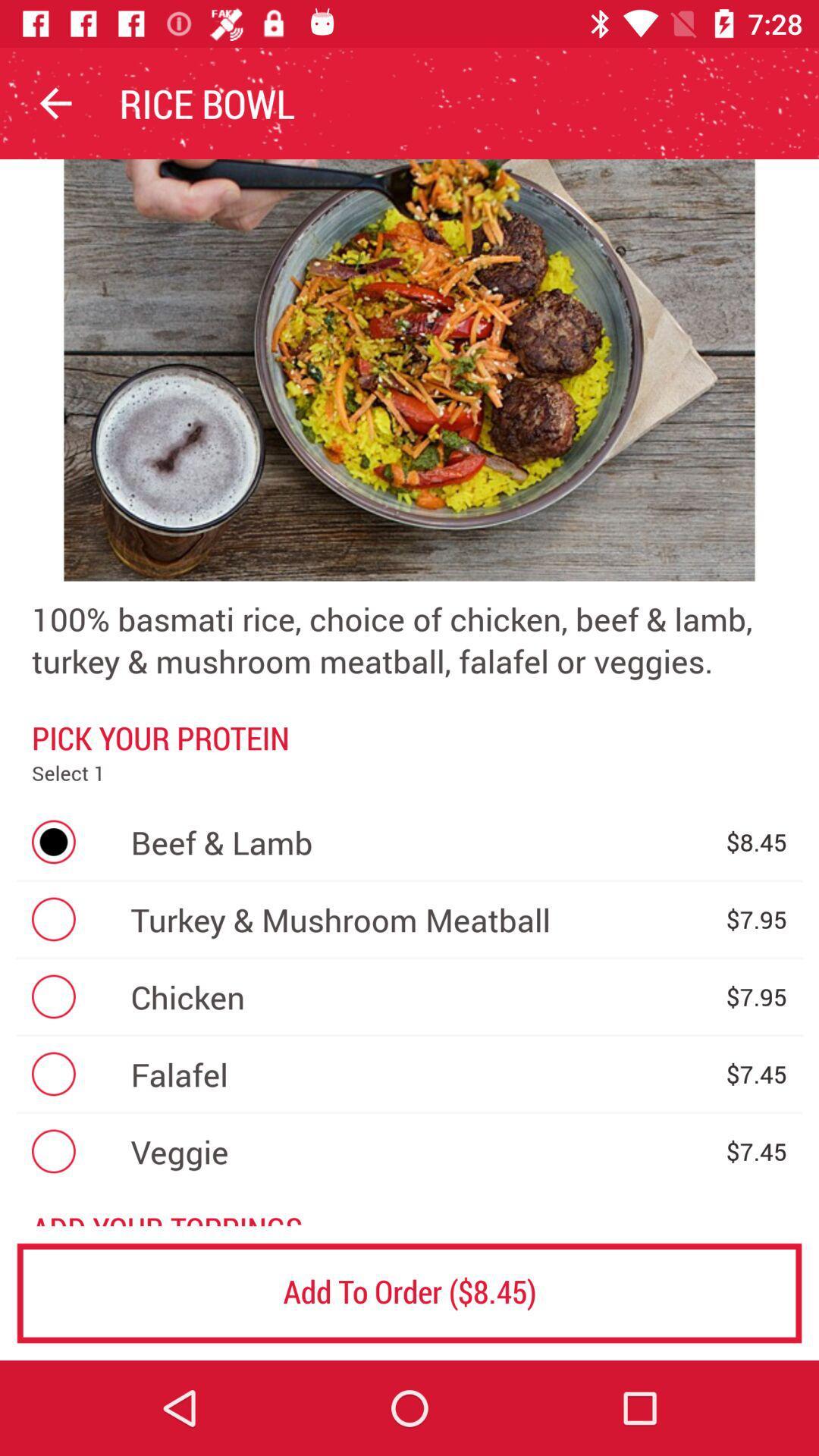 The image size is (819, 1456). I want to click on icon to the left of $7.45 item, so click(420, 1151).